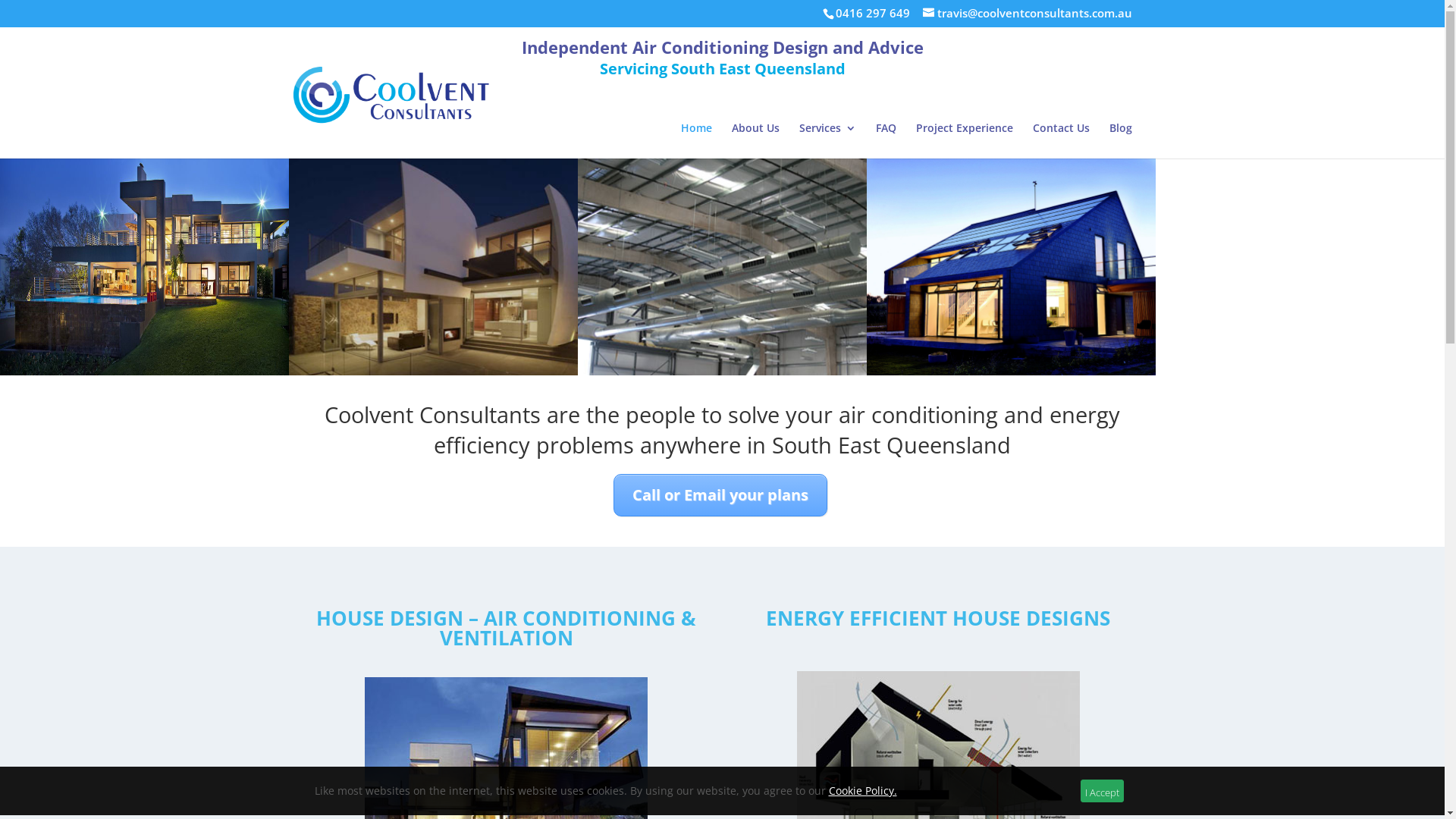 The image size is (1456, 819). I want to click on 'Services', so click(799, 140).